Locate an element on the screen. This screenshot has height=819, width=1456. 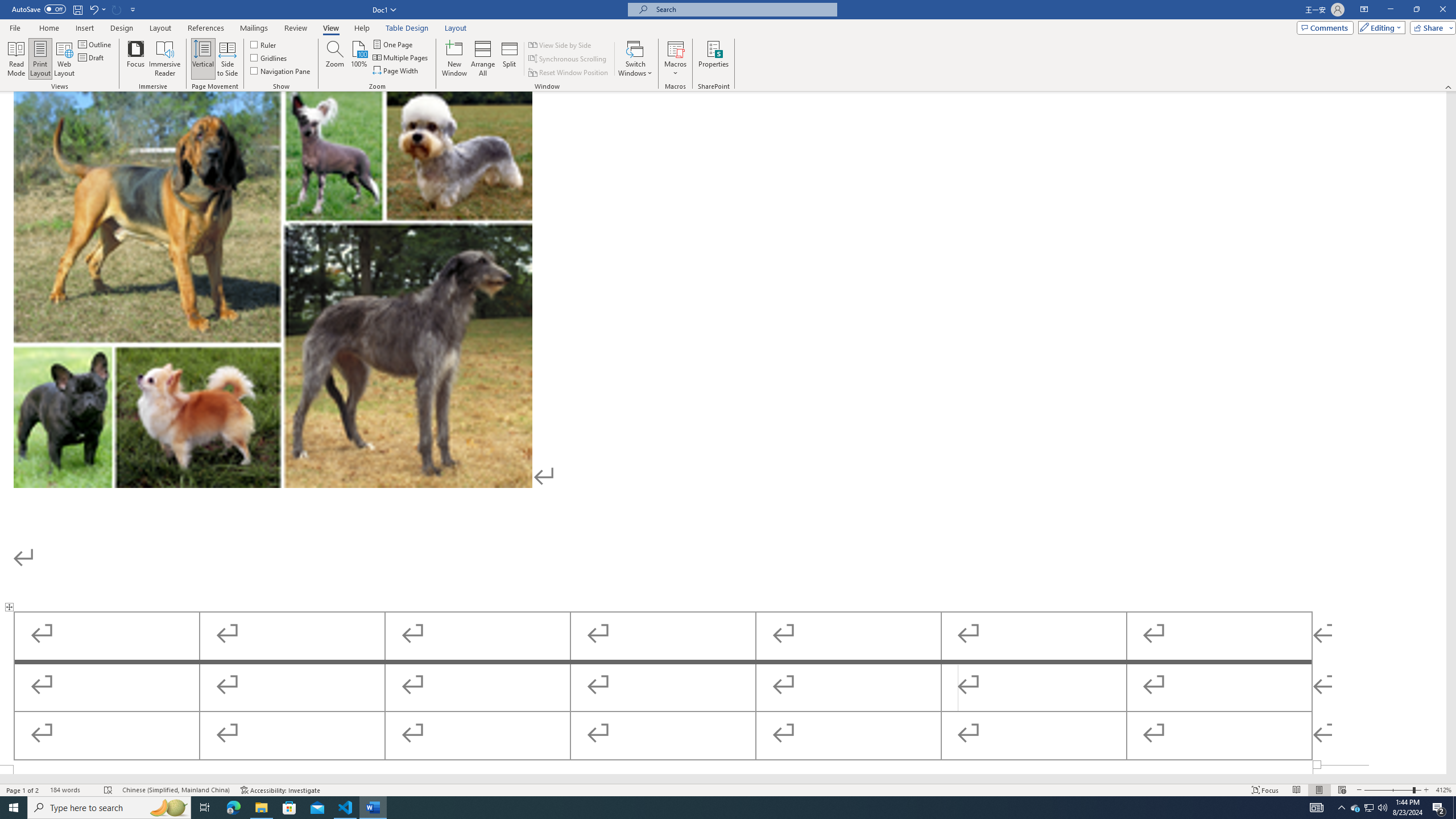
'Page Number Page 1 of 2' is located at coordinates (23, 790).